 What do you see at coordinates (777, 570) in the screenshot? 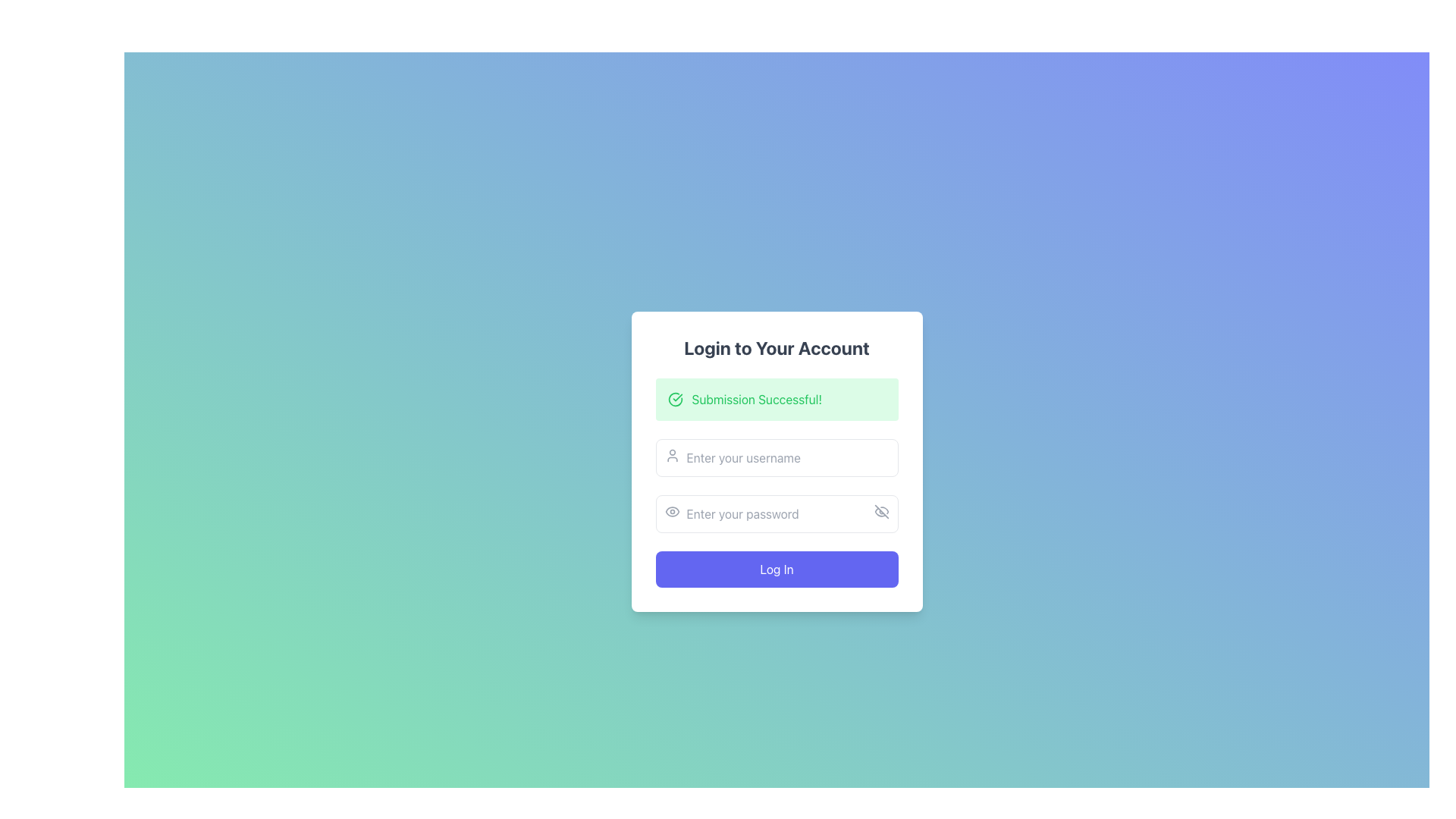
I see `the login button located at the bottom of the card layout to trigger the hover effects` at bounding box center [777, 570].